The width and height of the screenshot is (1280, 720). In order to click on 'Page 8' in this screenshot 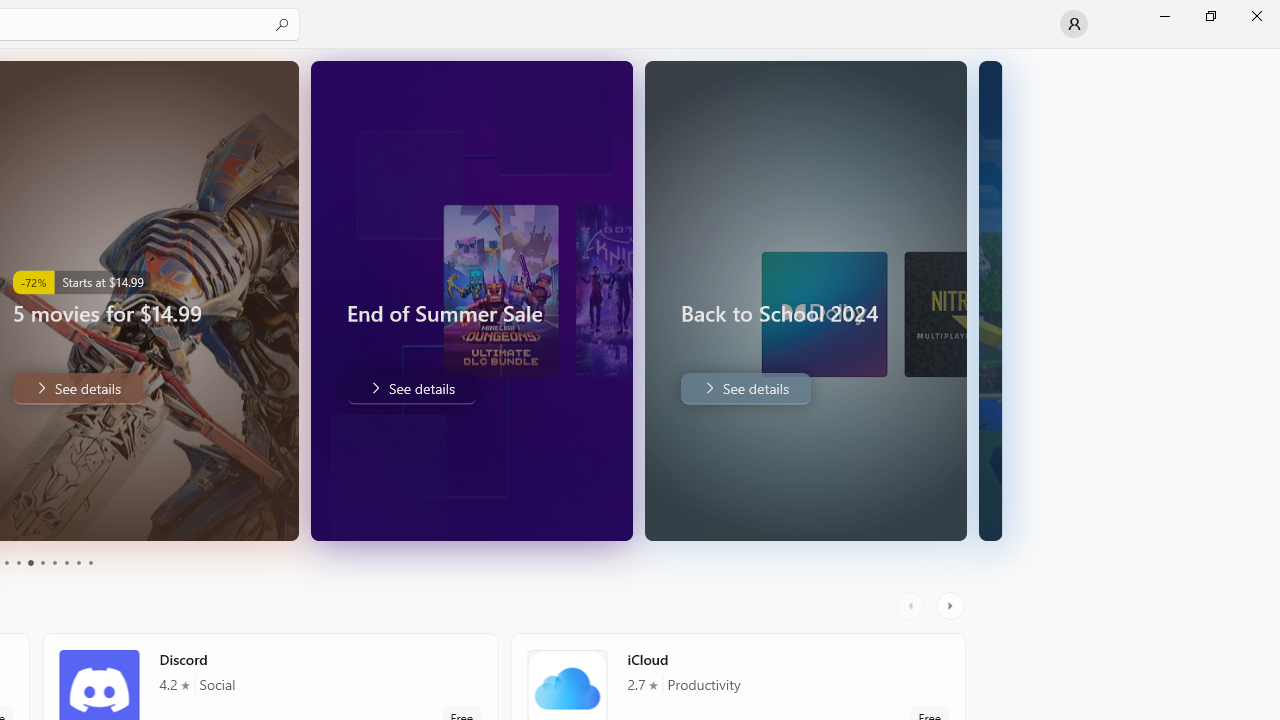, I will do `click(65, 563)`.